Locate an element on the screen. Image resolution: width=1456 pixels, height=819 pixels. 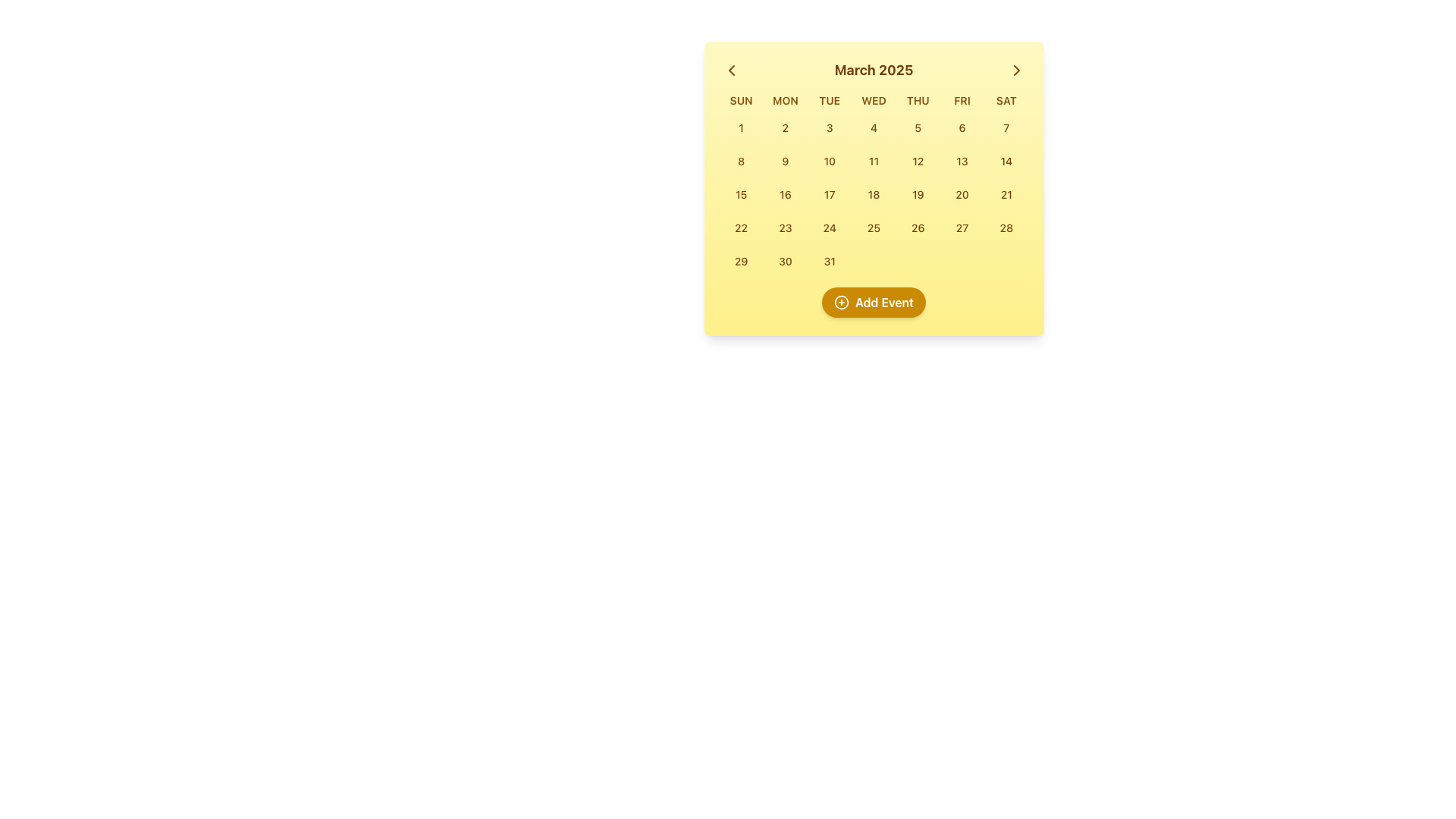
the 'THU' text label, which is a three-letter day abbreviation in a bold, dark brown font, positioned in the fifth column of a seven-column grid at the top of the calendar layout is located at coordinates (917, 100).